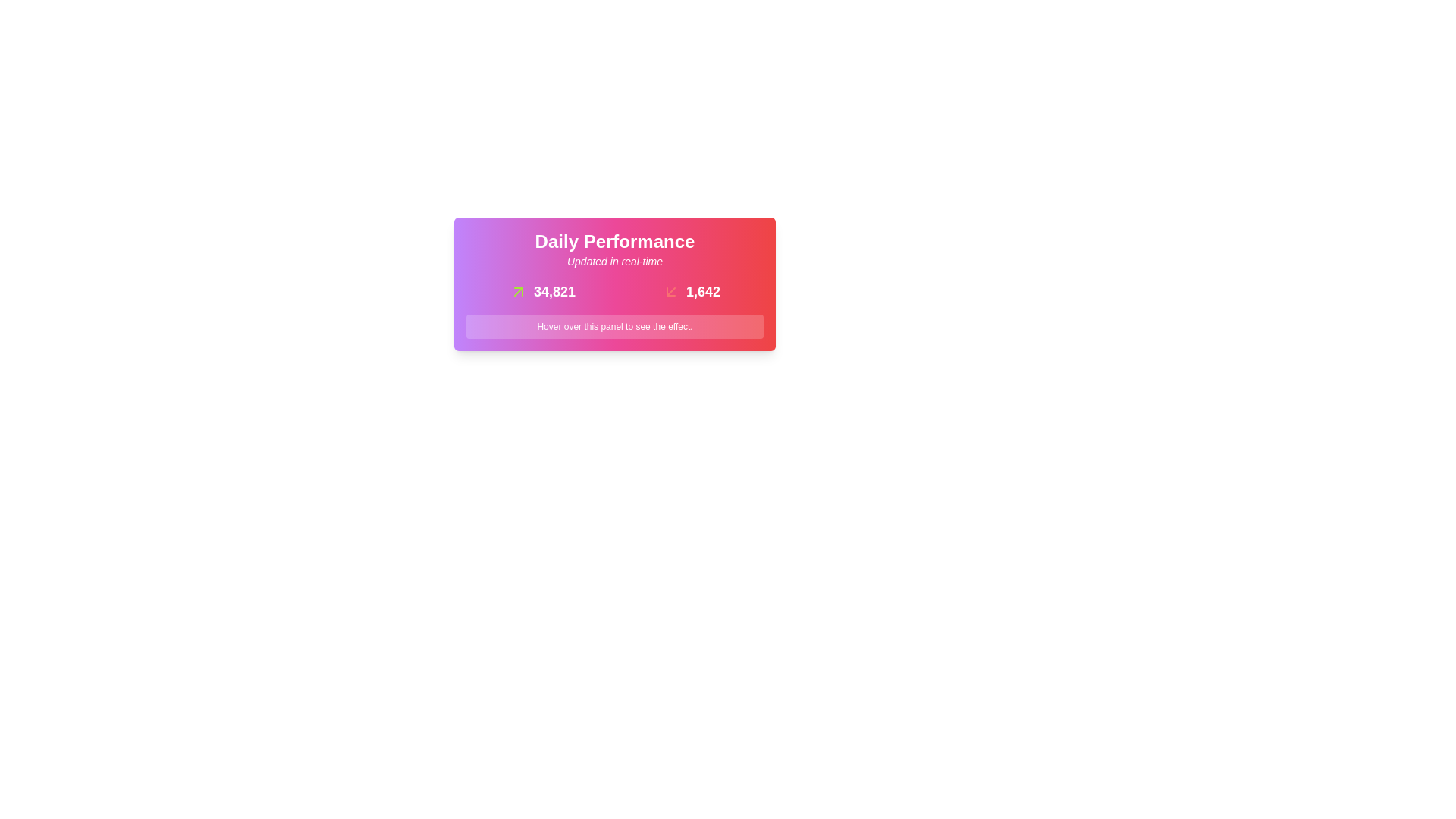  What do you see at coordinates (702, 292) in the screenshot?
I see `the numerical metric displayed in the text element with a red background, located adjacent to a downward arrow icon in the lower-right quadrant of the card component` at bounding box center [702, 292].